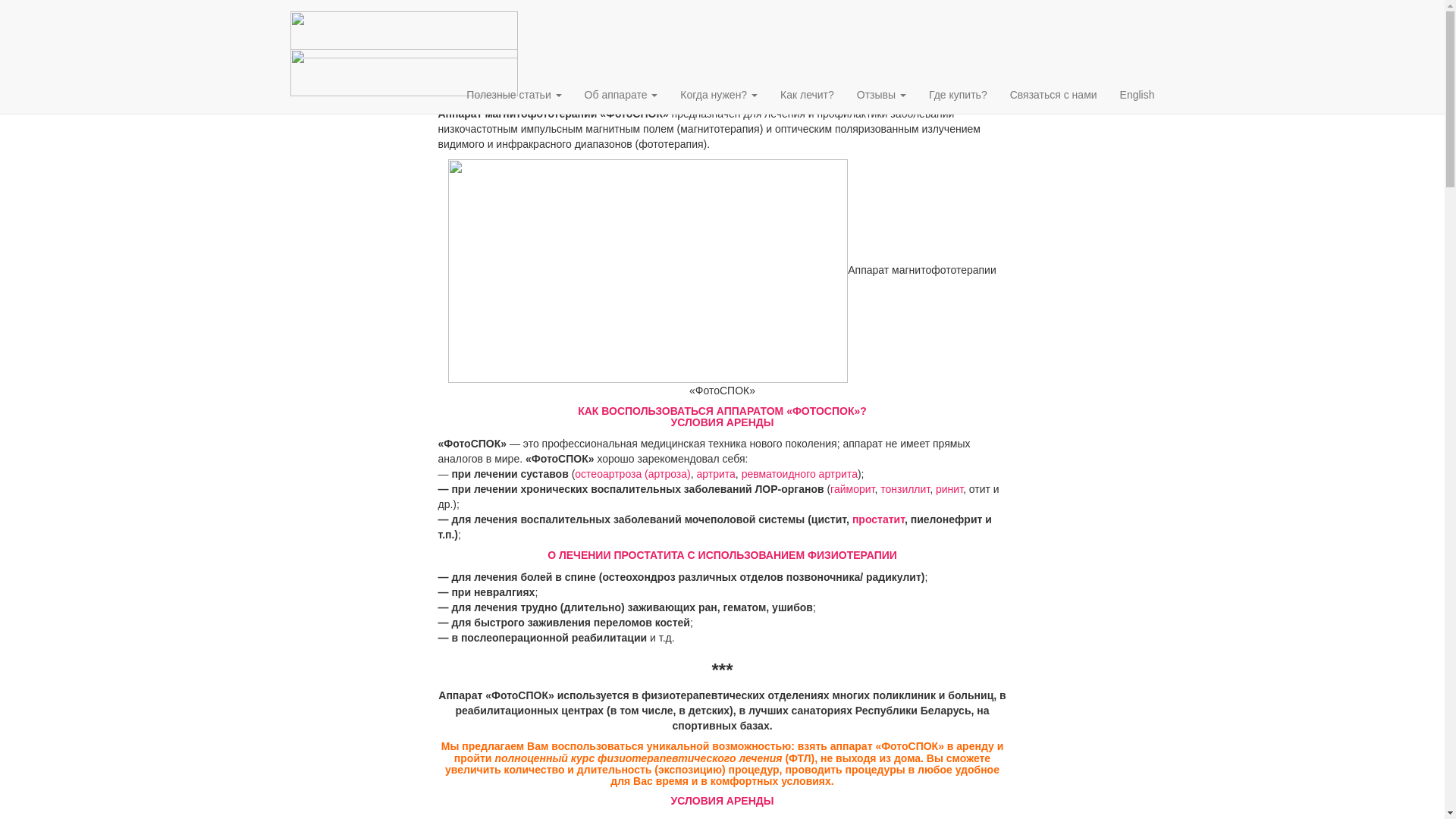 This screenshot has height=819, width=1456. I want to click on 'English', so click(1109, 94).